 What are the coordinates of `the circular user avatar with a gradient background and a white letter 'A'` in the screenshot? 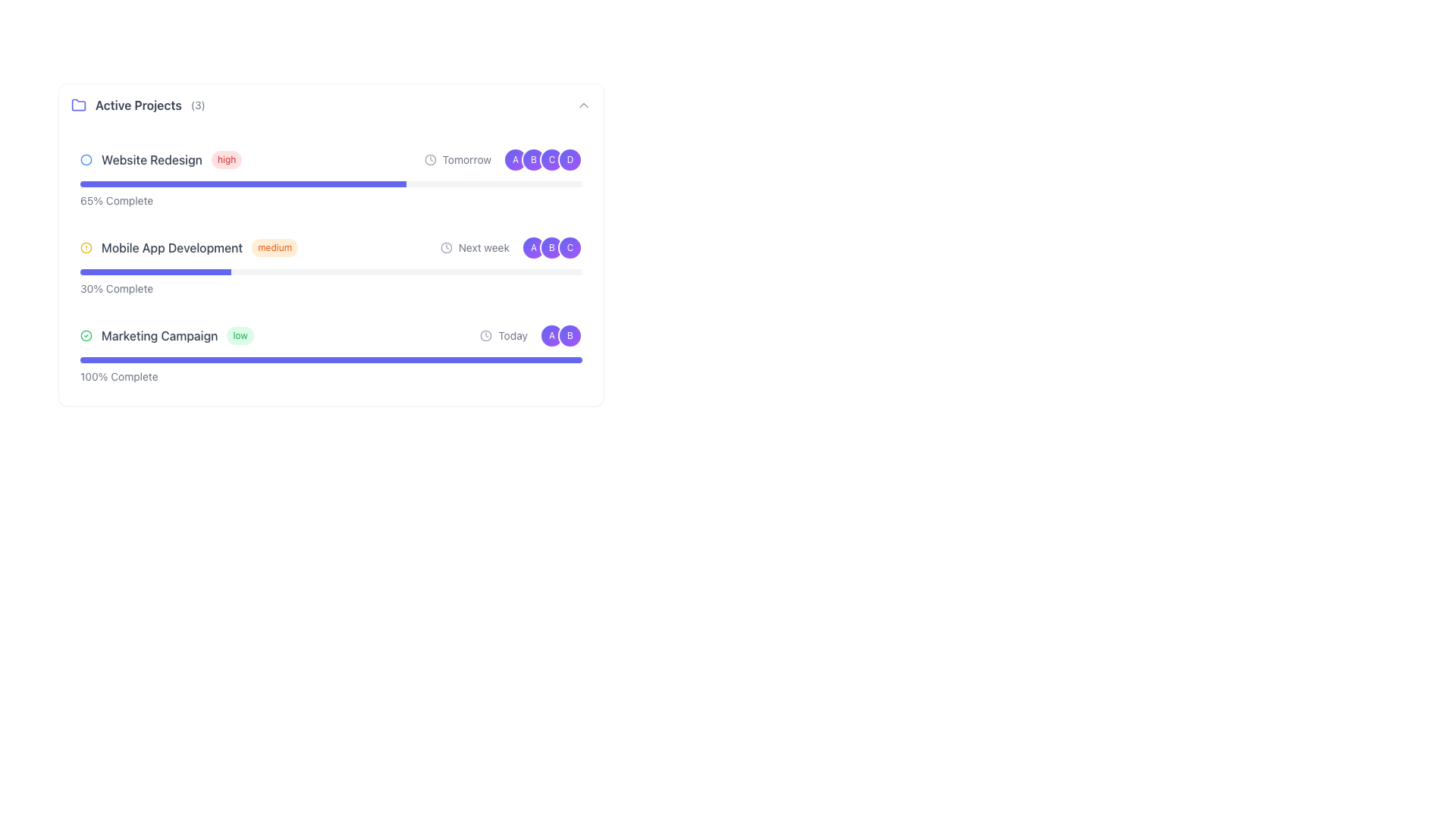 It's located at (516, 160).